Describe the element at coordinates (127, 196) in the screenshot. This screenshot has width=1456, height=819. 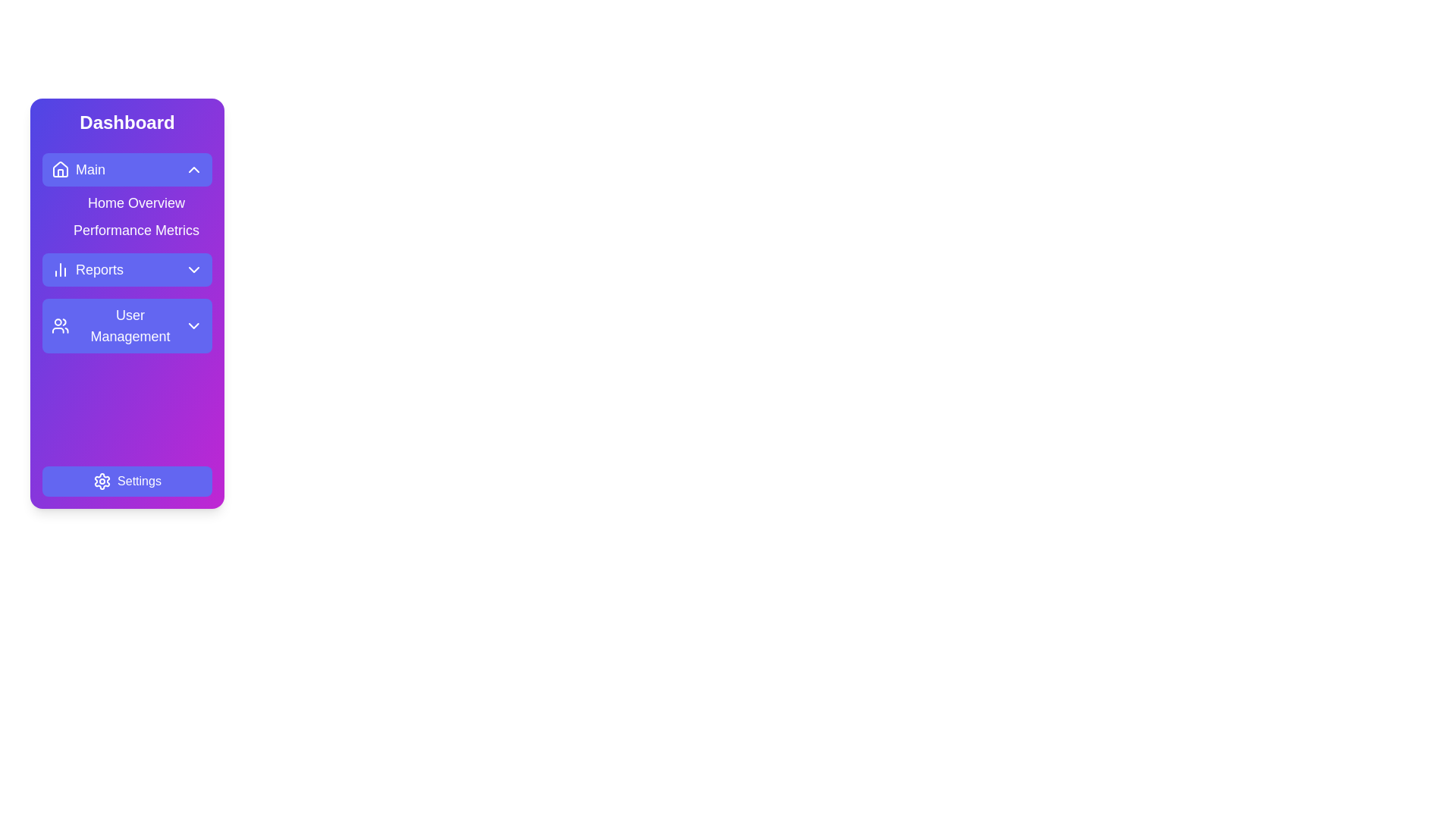
I see `the 'Home Overview' link in the sidebar menu directly below the 'Main' section` at that location.